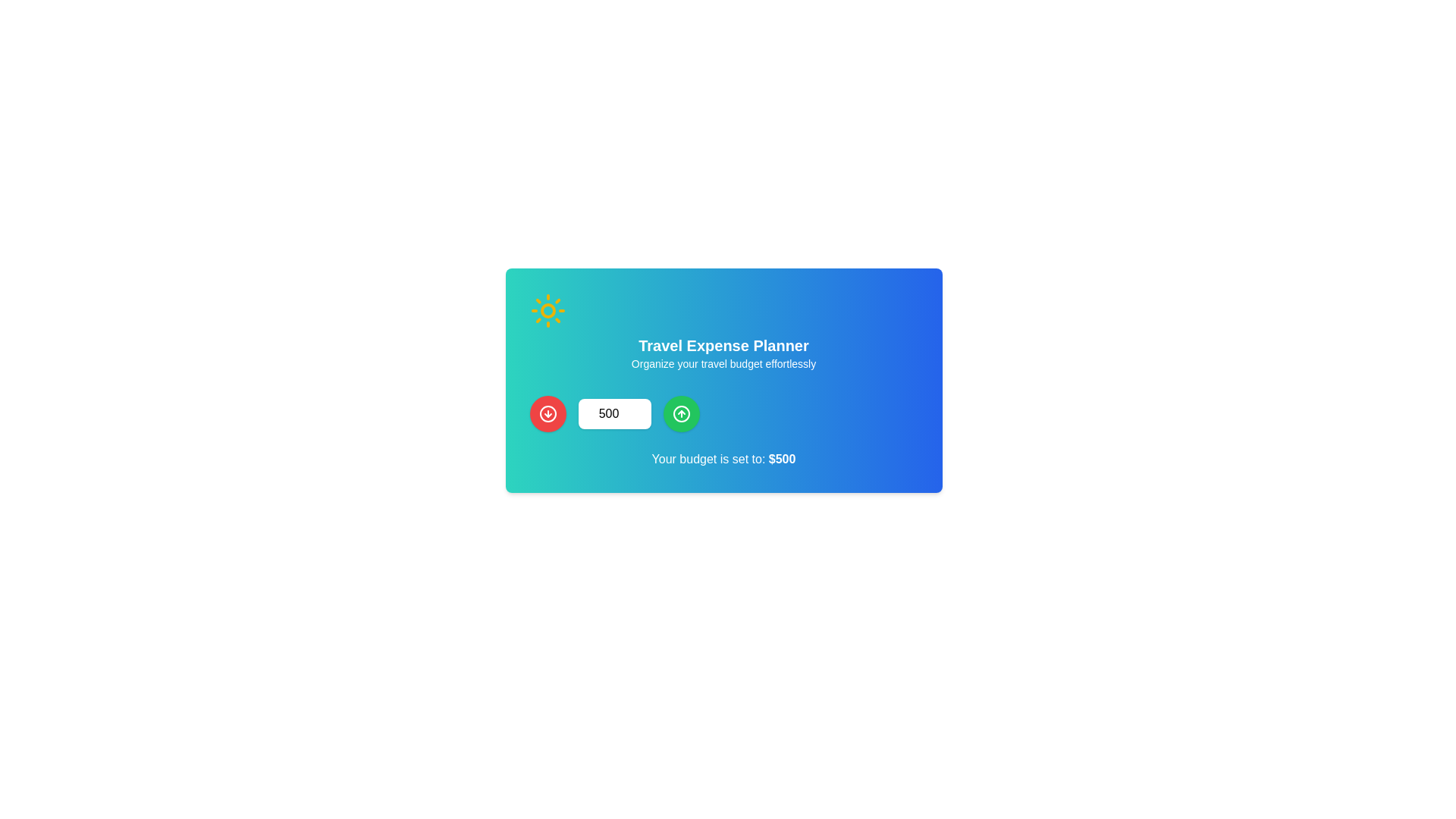 The height and width of the screenshot is (819, 1456). What do you see at coordinates (680, 414) in the screenshot?
I see `the Icon button located to the right of the numeric input field within the rounded green-bordered background` at bounding box center [680, 414].